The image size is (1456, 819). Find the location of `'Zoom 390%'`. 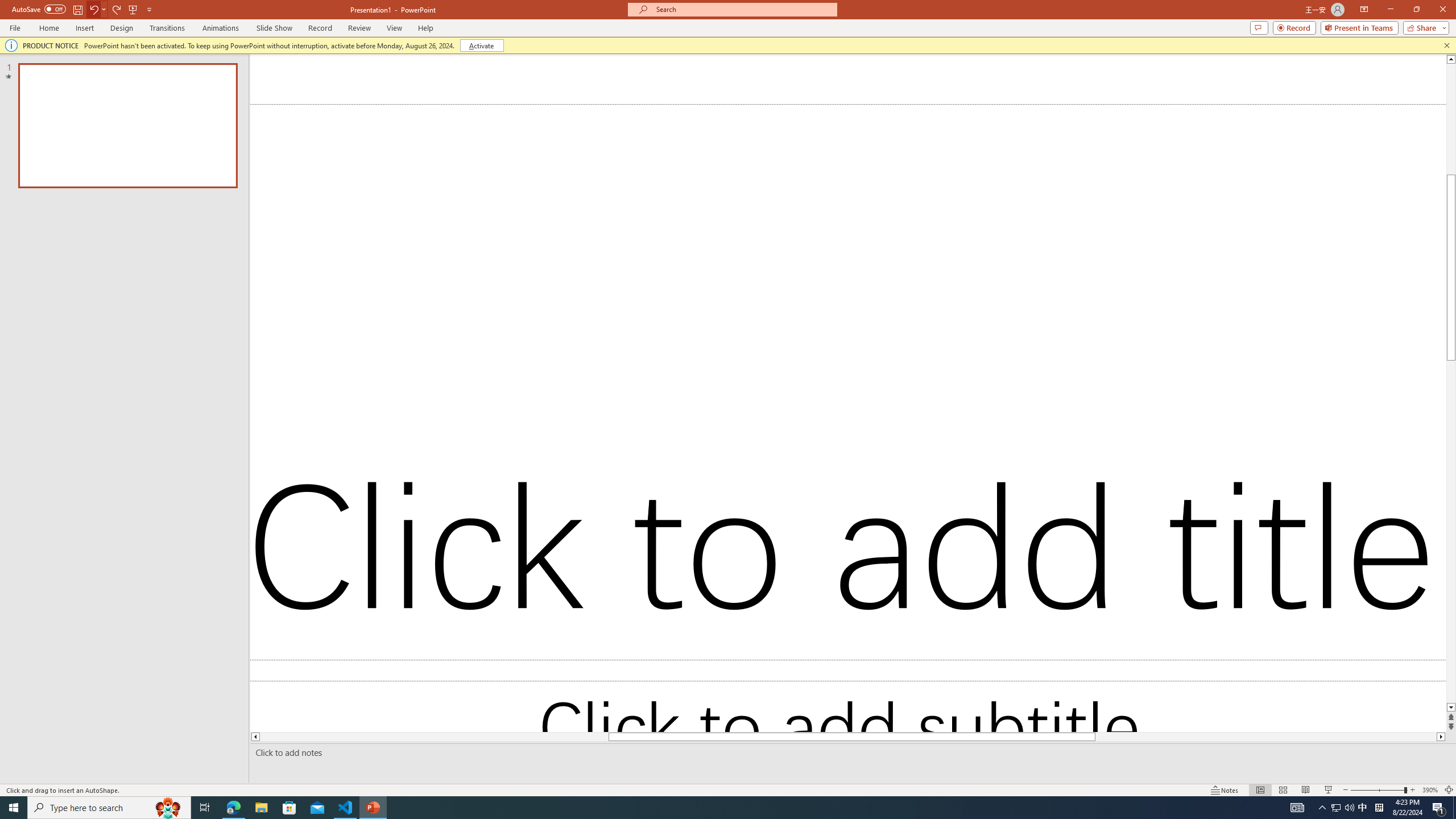

'Zoom 390%' is located at coordinates (1430, 790).